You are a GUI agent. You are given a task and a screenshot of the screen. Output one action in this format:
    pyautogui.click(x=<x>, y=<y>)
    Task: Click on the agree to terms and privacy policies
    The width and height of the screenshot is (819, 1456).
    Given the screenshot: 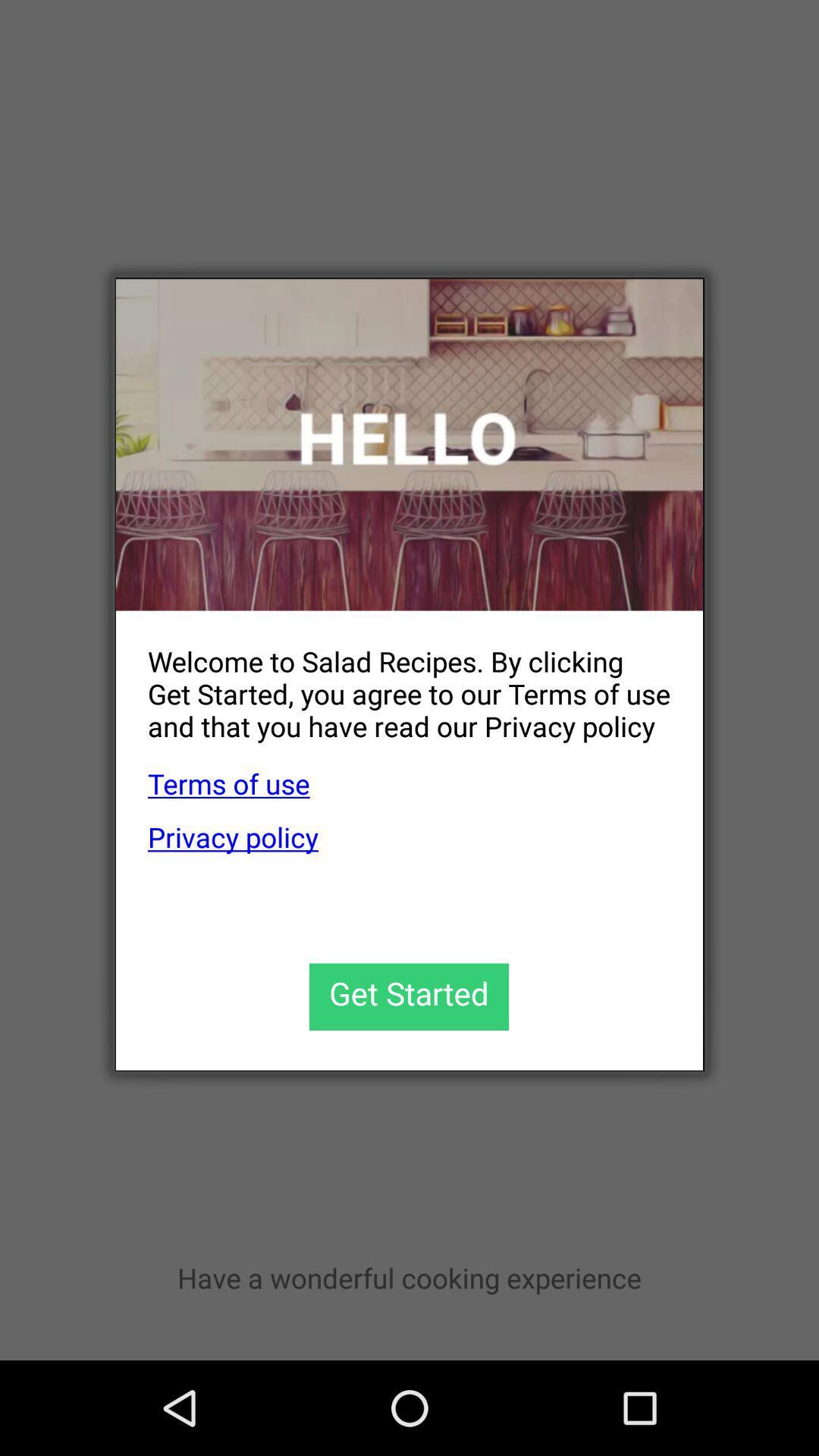 What is the action you would take?
    pyautogui.click(x=408, y=996)
    